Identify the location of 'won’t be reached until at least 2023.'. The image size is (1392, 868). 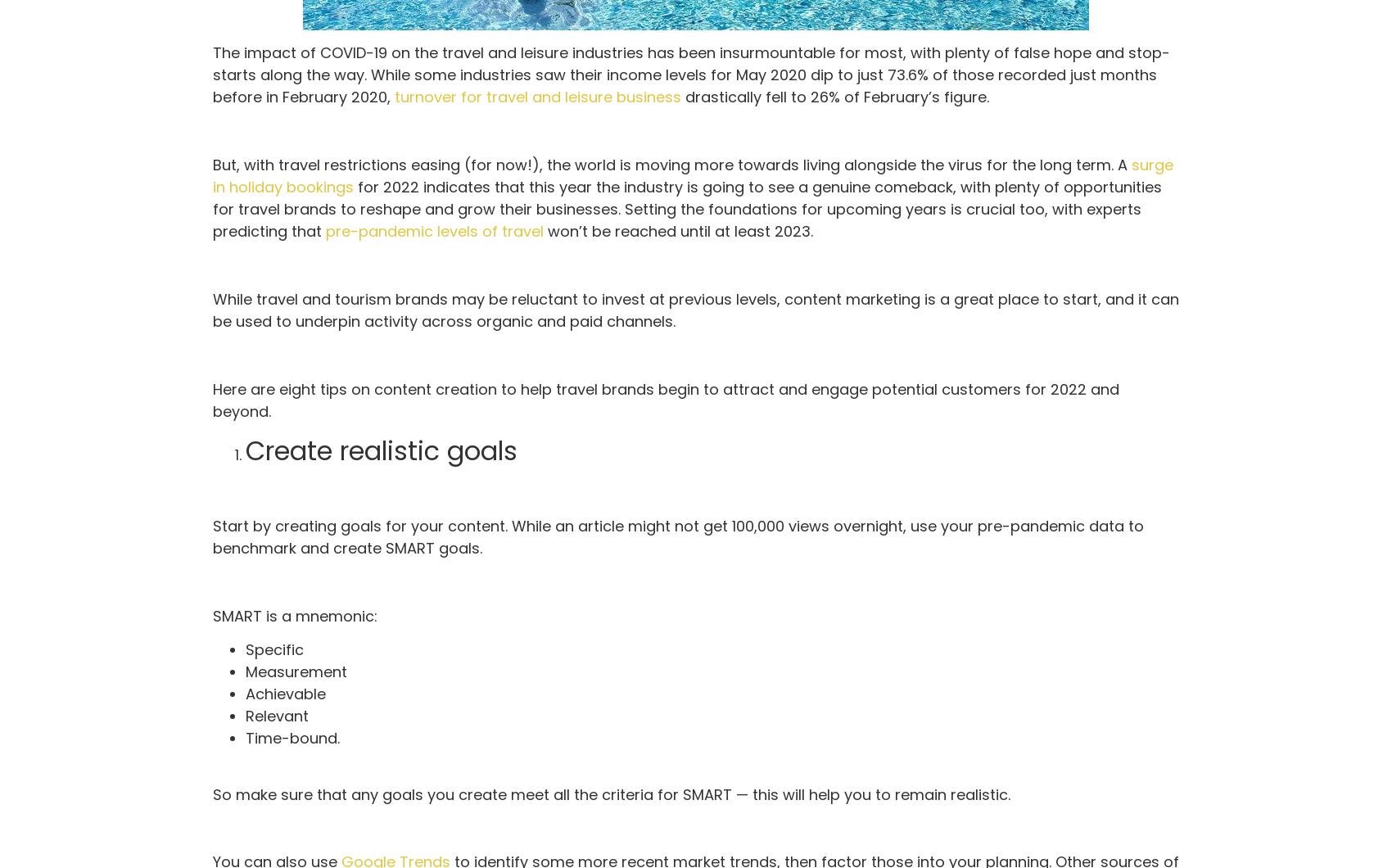
(677, 231).